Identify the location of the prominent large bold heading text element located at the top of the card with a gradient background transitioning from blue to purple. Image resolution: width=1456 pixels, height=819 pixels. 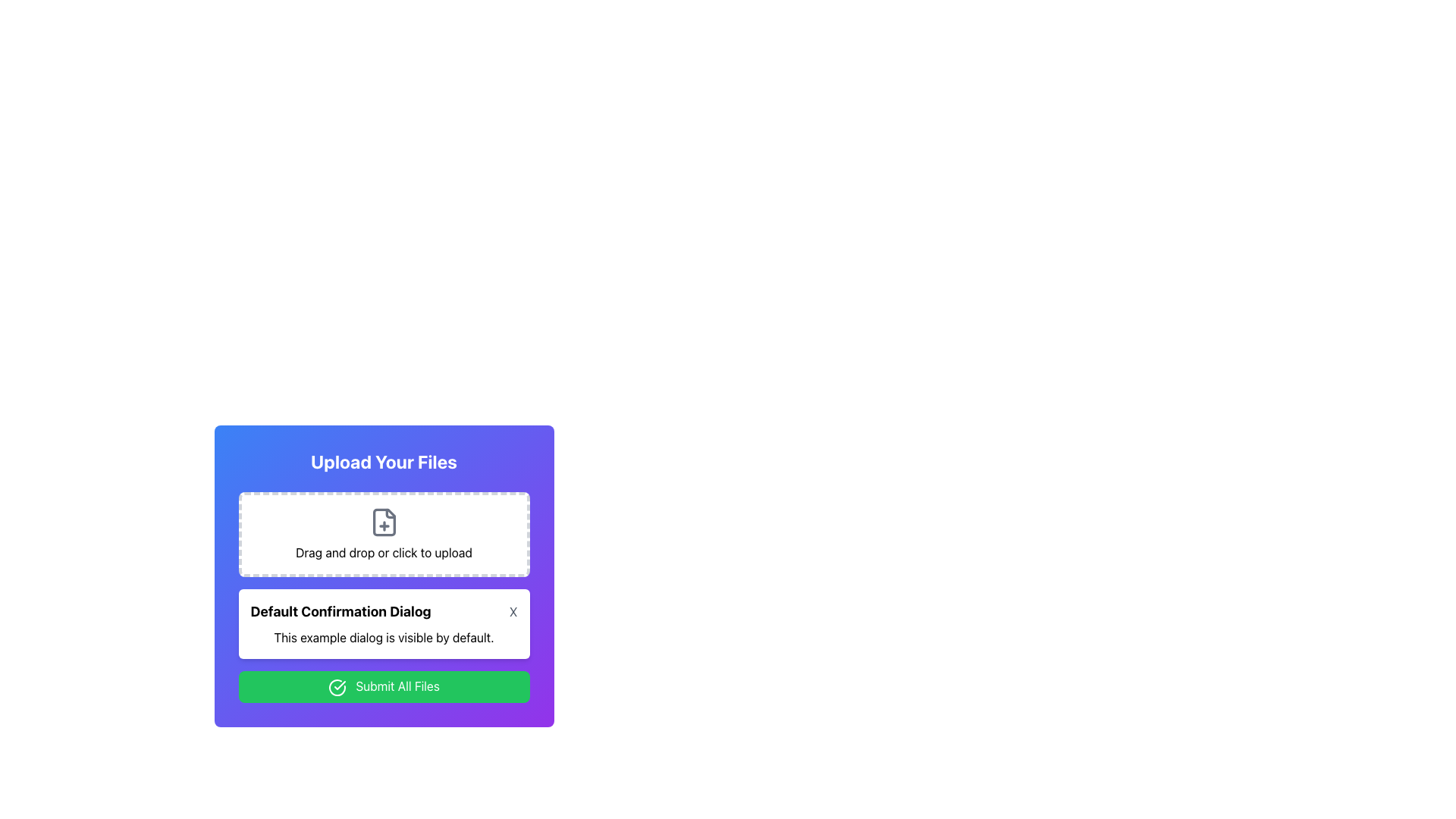
(384, 461).